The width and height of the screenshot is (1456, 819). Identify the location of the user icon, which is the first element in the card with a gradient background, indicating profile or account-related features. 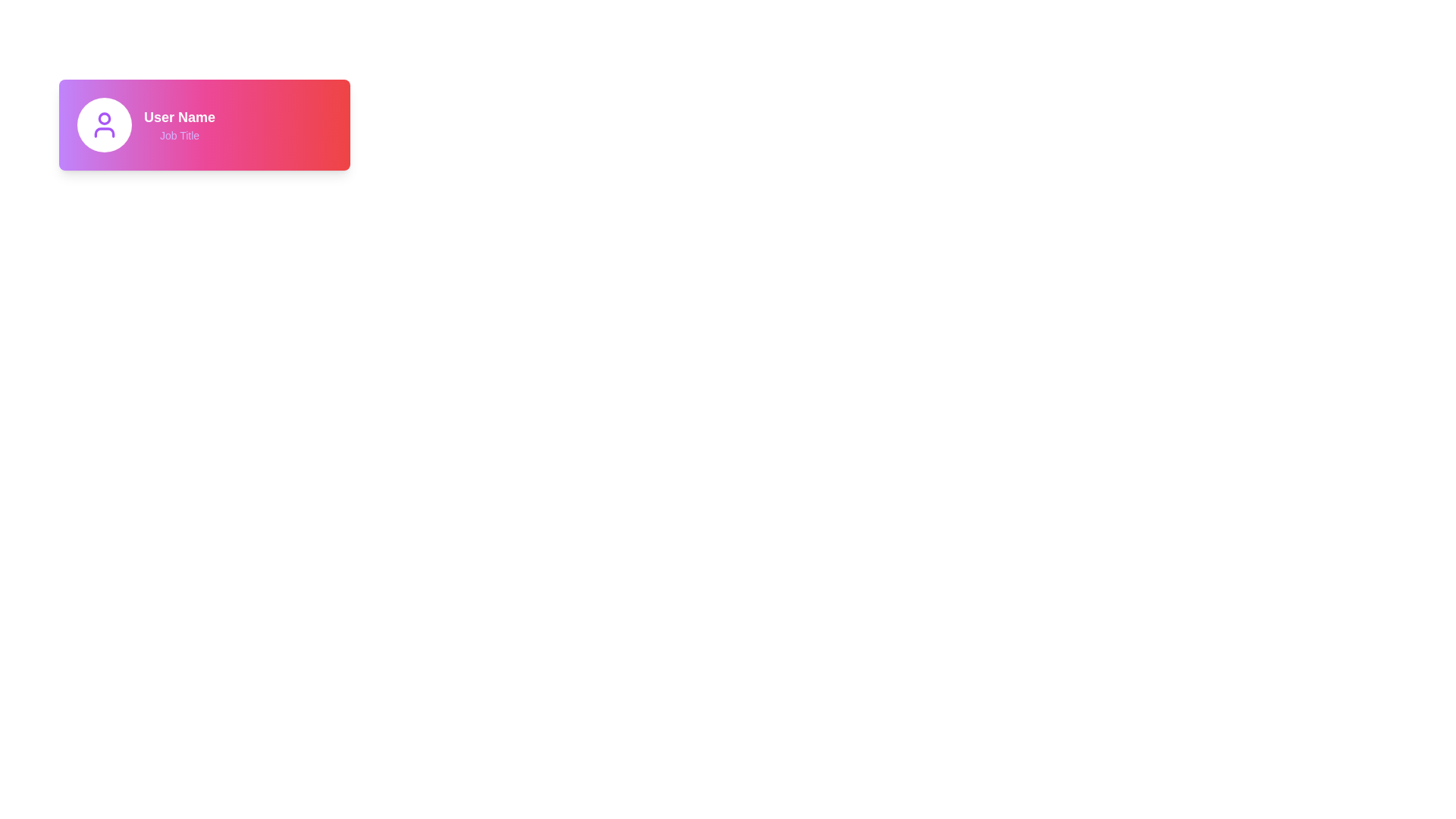
(104, 124).